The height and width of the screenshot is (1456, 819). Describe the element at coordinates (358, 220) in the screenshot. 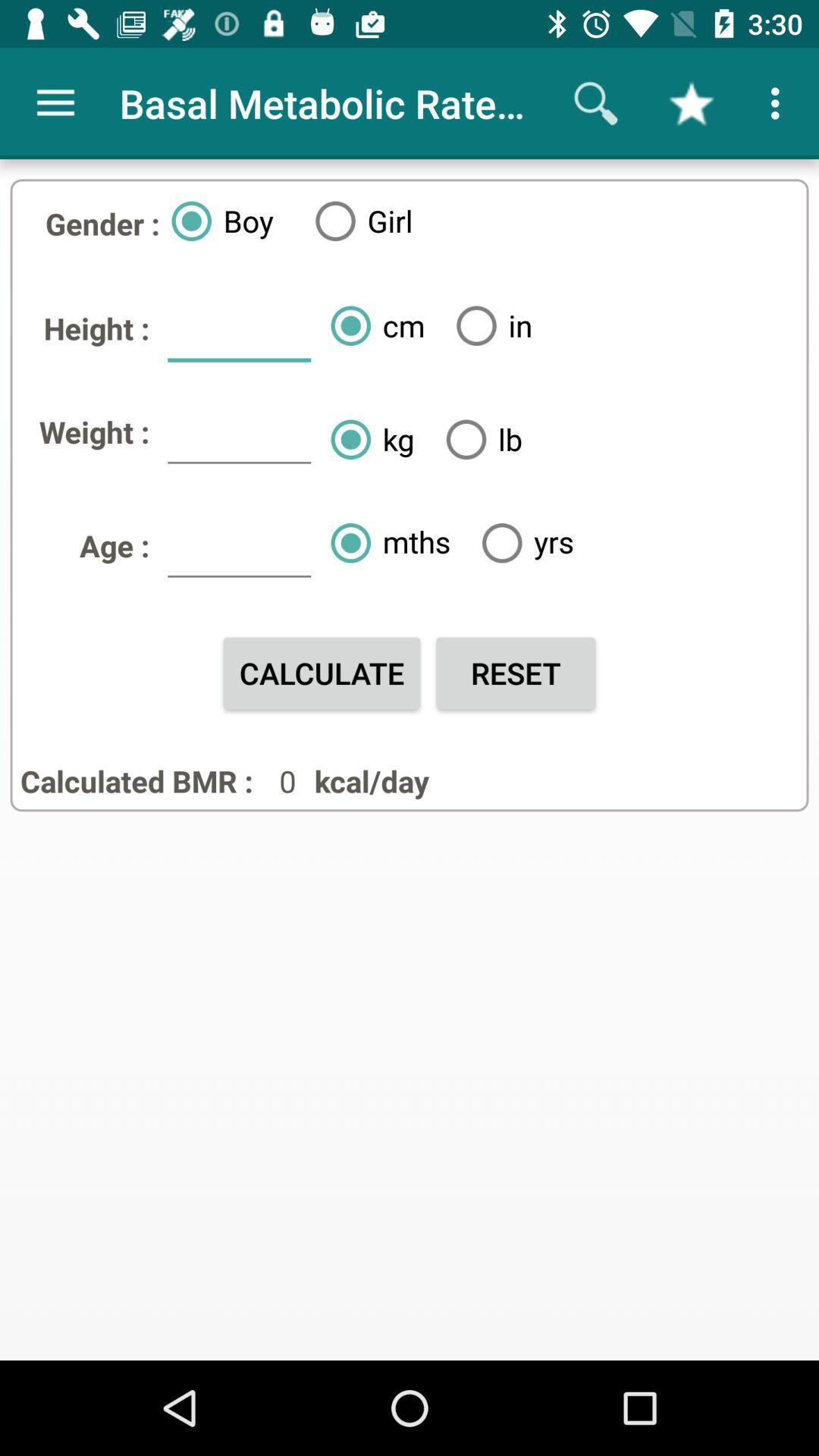

I see `item to the right of boy icon` at that location.